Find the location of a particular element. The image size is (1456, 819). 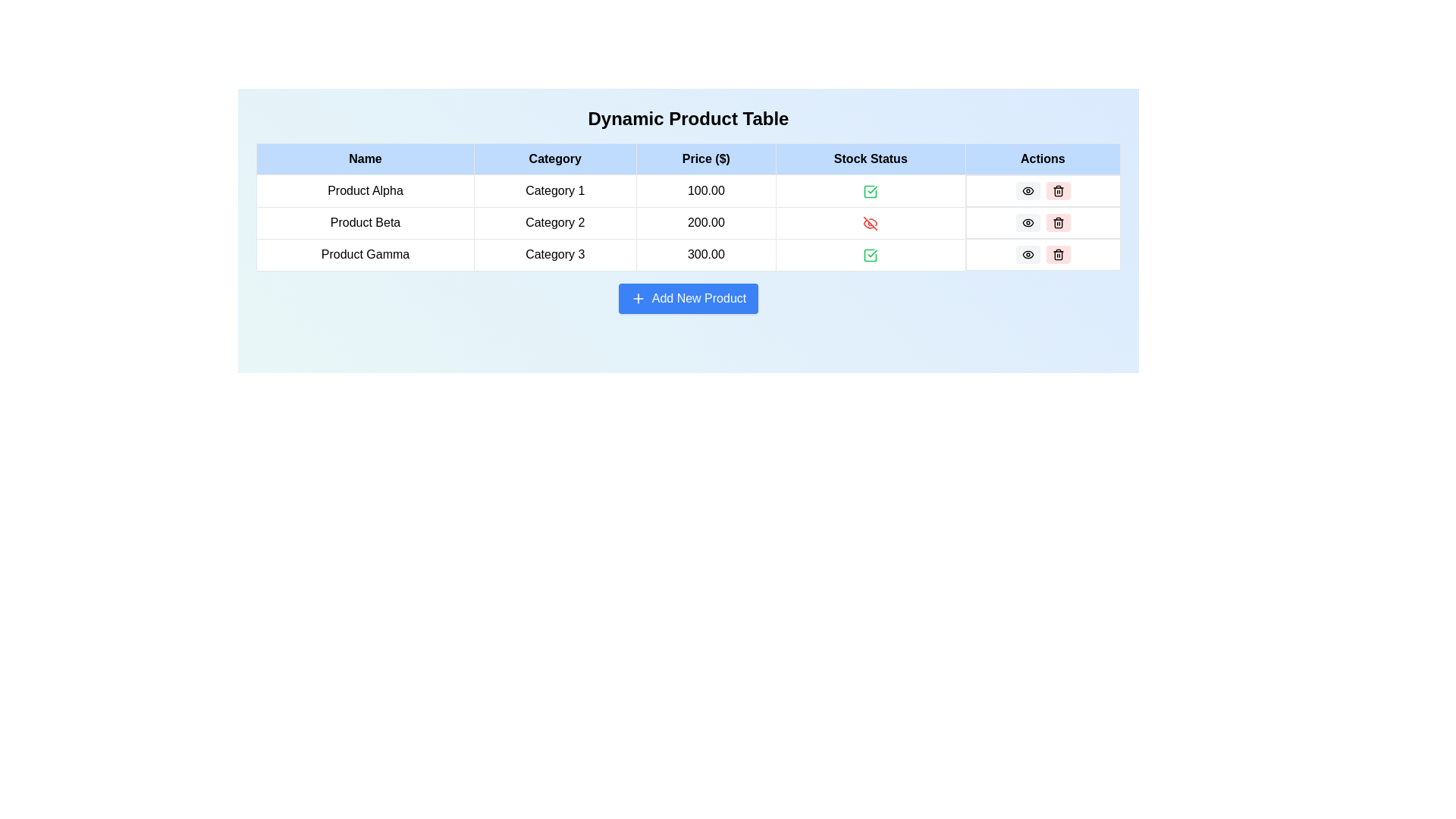

the table cell displaying '300.00' in the 'Price' column of the data table for 'Product Gamma' is located at coordinates (705, 253).